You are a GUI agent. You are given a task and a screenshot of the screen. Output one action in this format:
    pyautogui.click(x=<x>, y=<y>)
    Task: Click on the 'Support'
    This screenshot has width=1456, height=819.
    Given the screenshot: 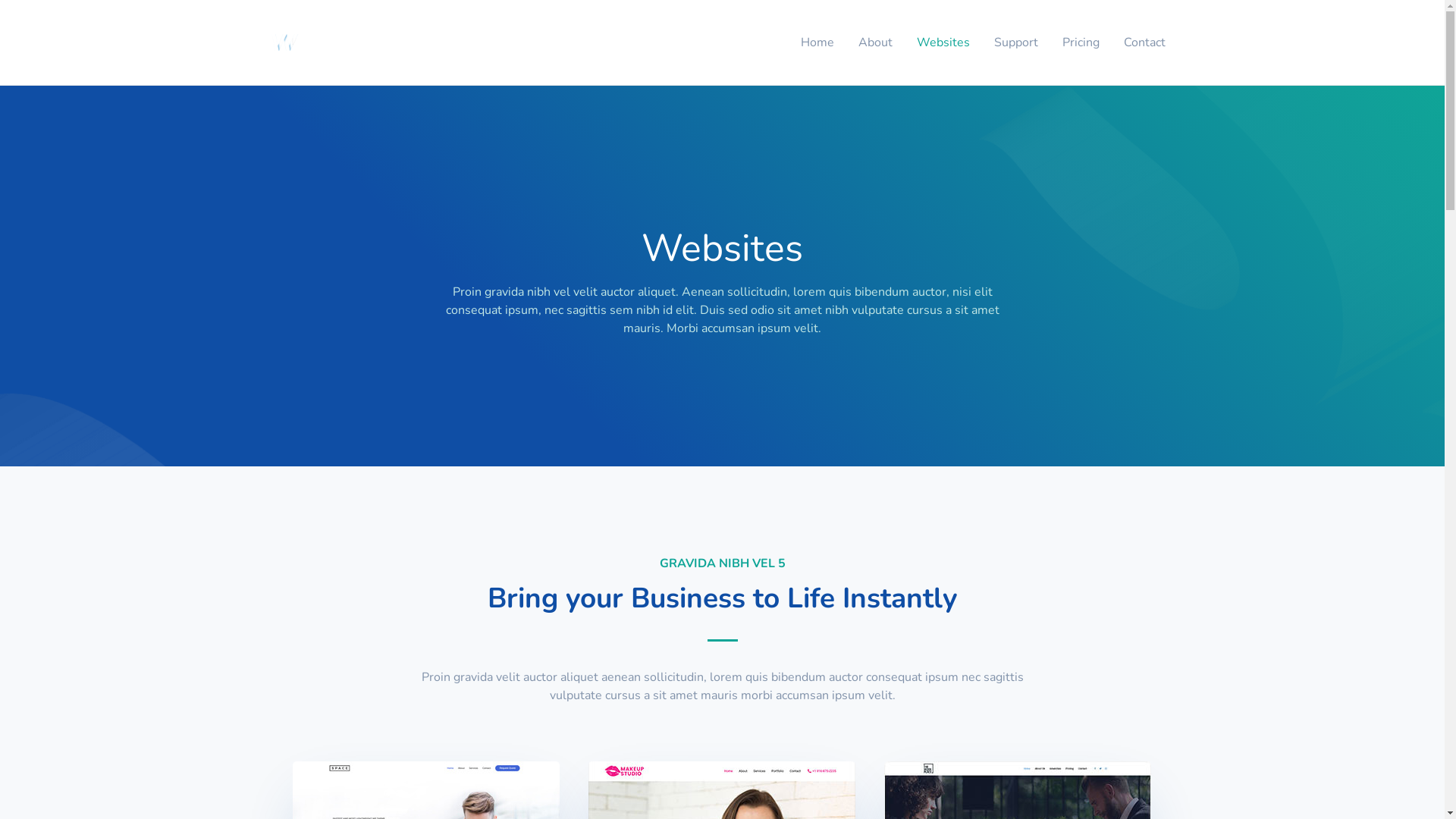 What is the action you would take?
    pyautogui.click(x=1015, y=42)
    